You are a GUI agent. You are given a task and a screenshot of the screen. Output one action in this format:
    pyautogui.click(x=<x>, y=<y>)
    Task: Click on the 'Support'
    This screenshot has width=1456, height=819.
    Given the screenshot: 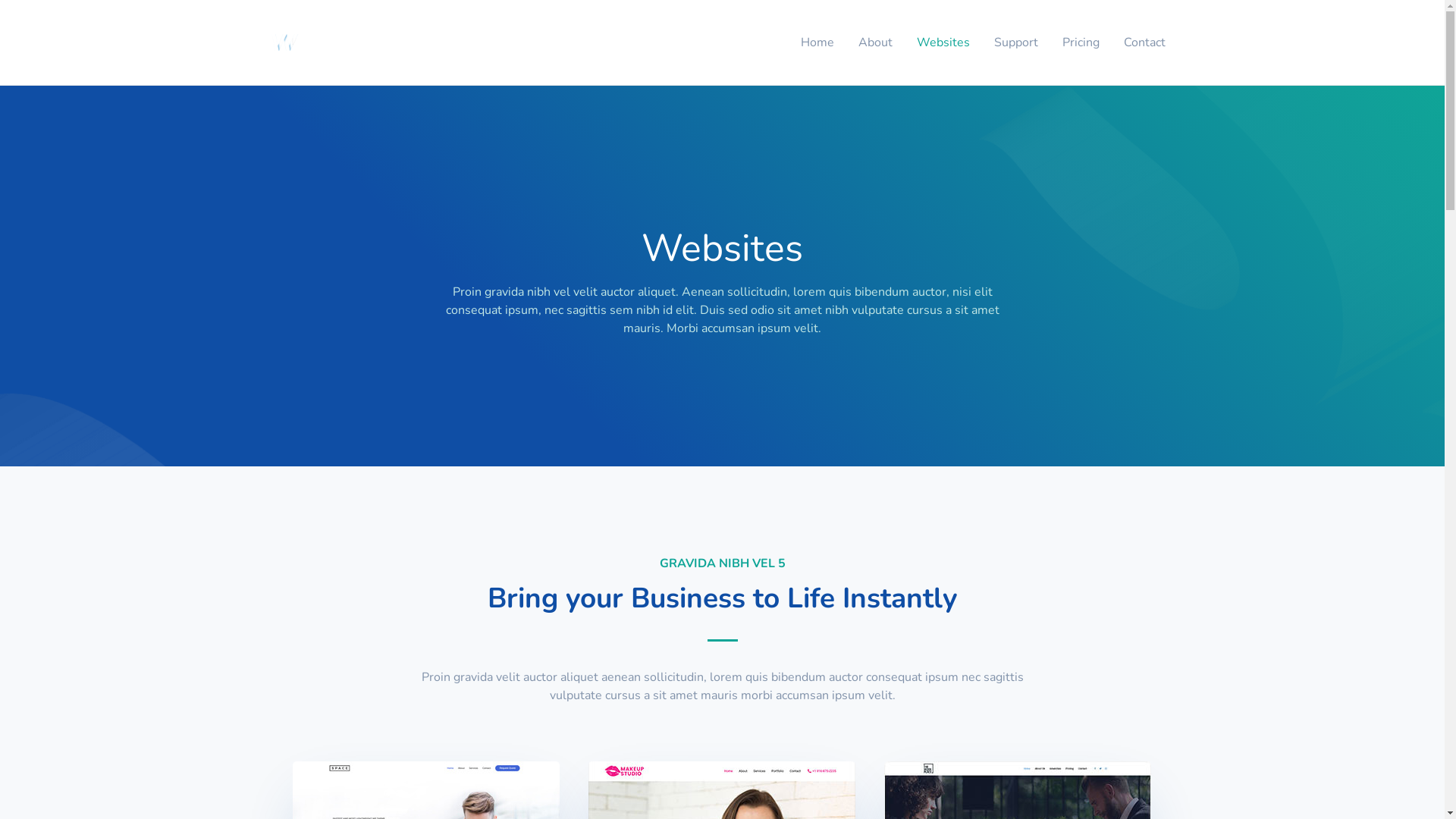 What is the action you would take?
    pyautogui.click(x=1015, y=42)
    